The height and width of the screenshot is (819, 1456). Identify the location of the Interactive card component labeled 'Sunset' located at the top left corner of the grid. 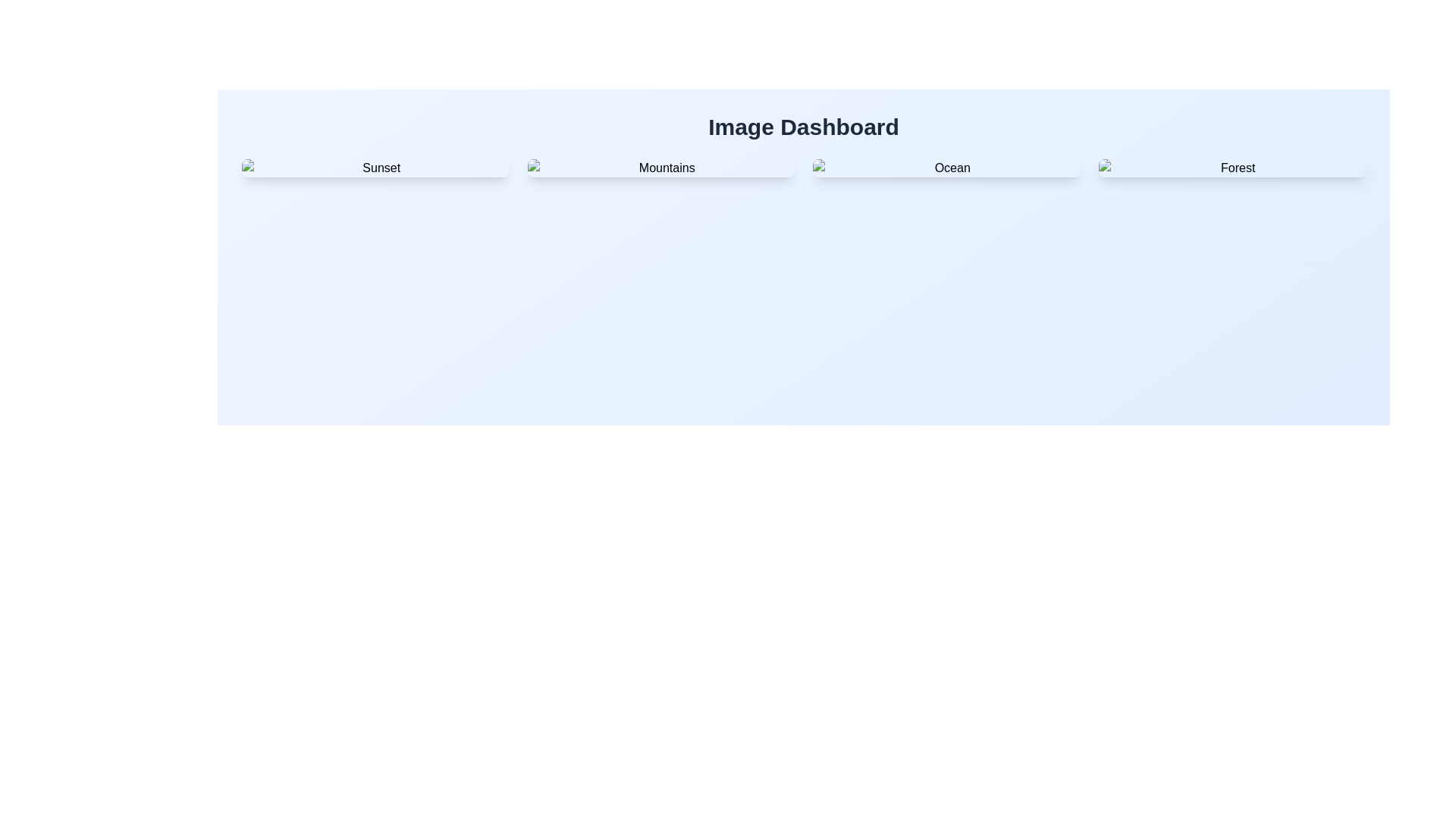
(375, 168).